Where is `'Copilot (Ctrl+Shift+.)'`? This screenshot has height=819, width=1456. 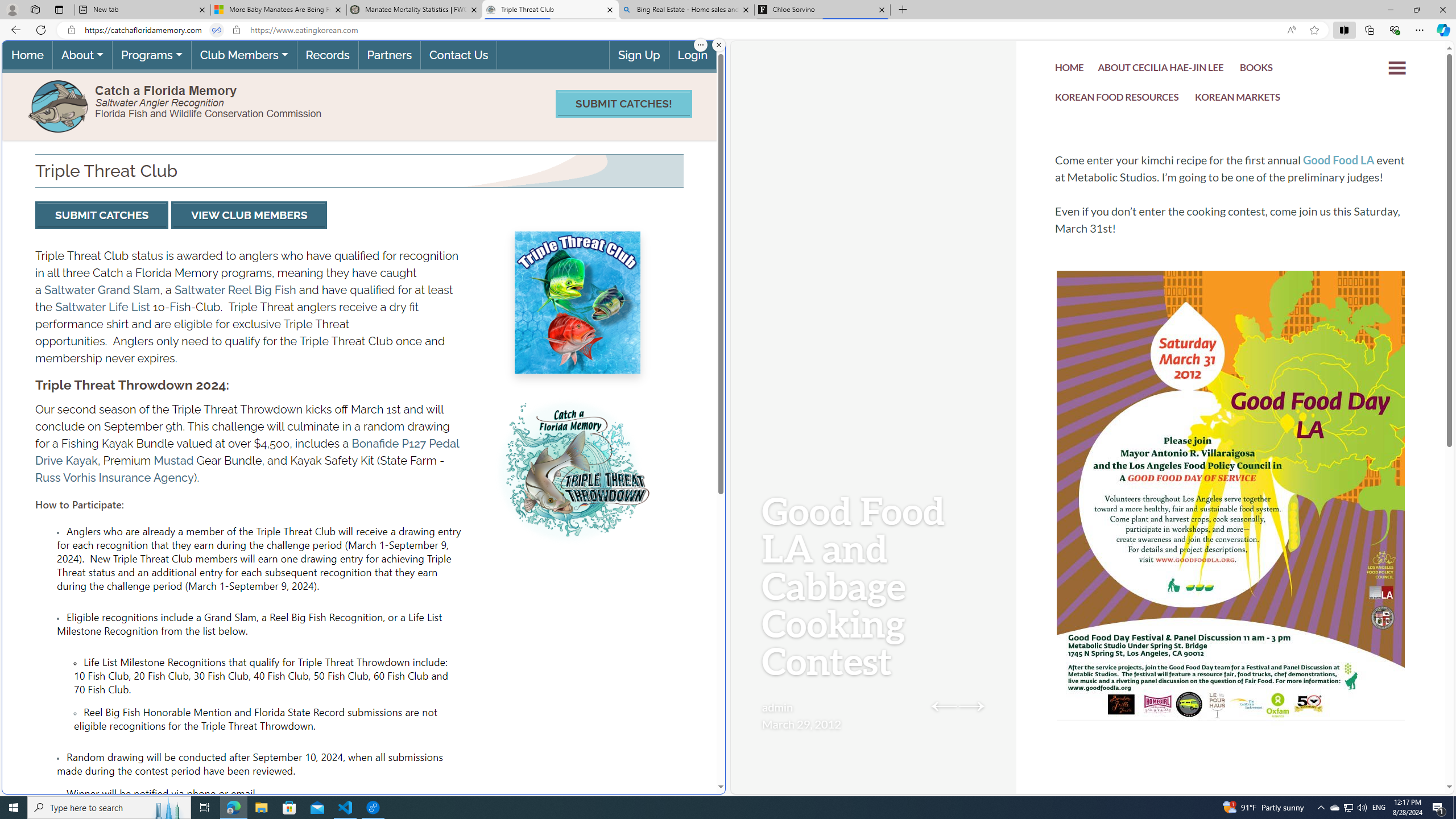 'Copilot (Ctrl+Shift+.)' is located at coordinates (1442, 29).